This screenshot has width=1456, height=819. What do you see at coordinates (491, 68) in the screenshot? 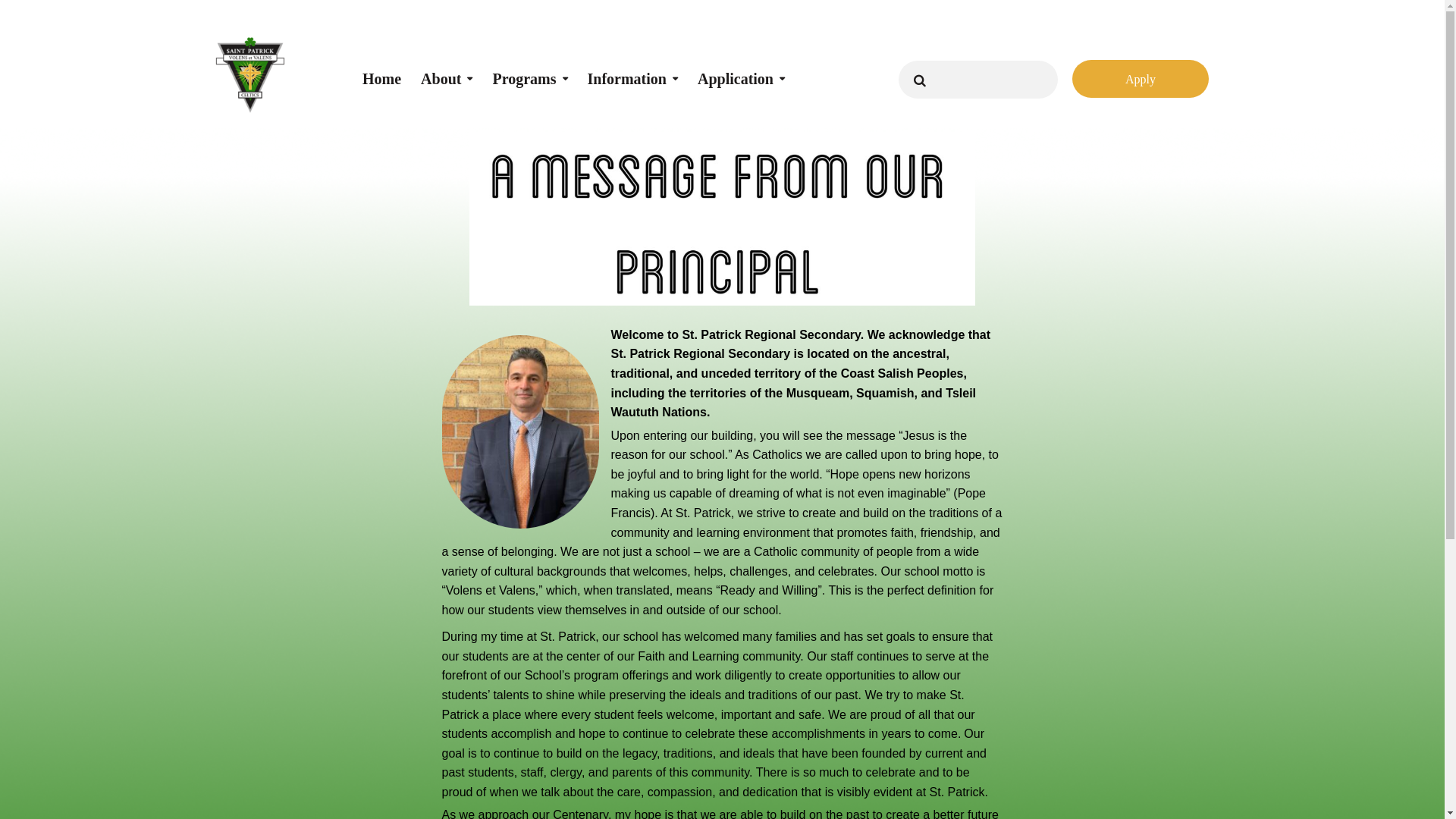
I see `'Programs'` at bounding box center [491, 68].